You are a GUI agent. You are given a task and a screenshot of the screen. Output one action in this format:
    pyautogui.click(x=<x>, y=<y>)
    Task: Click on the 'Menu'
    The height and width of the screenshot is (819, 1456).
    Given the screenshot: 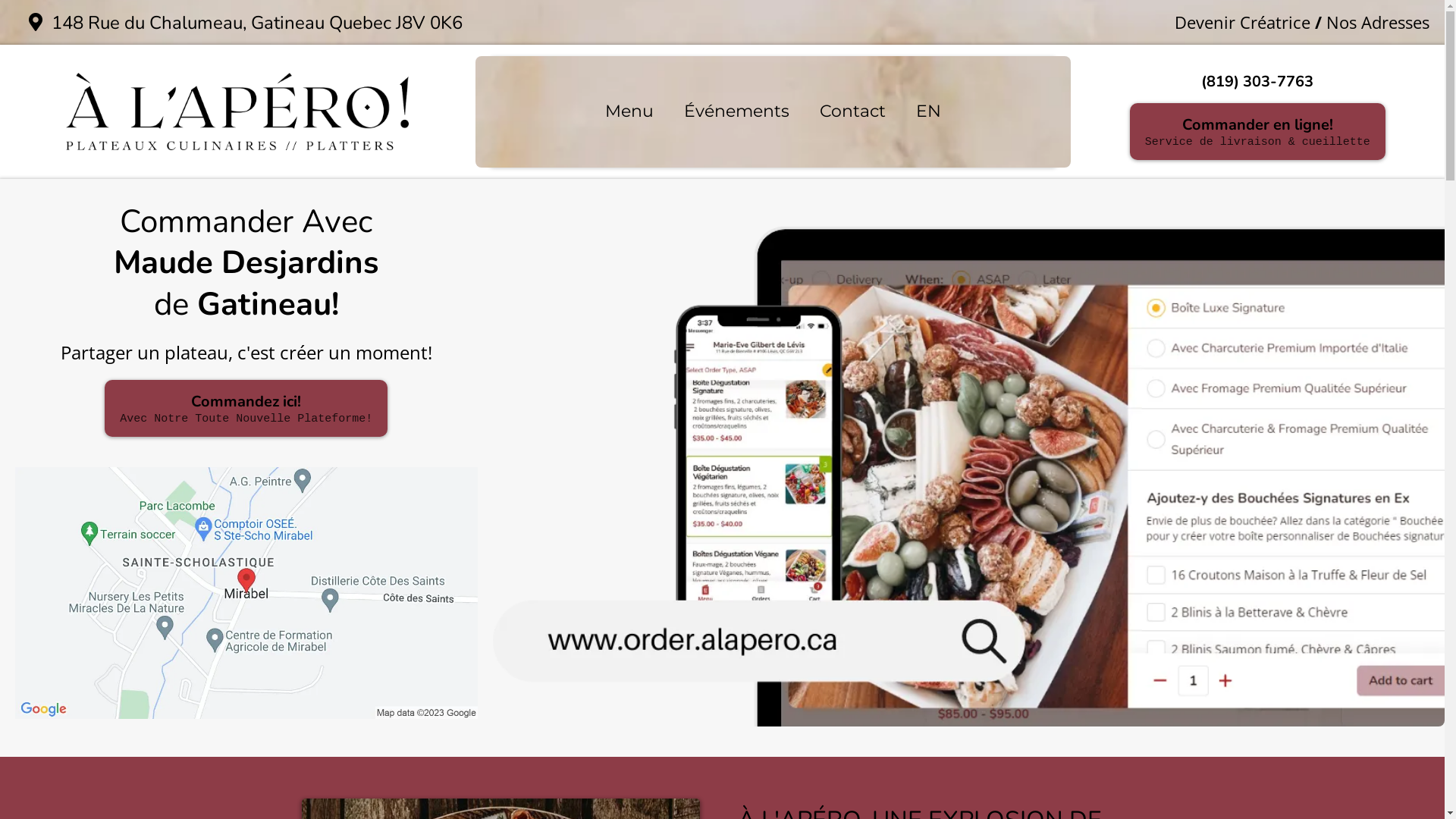 What is the action you would take?
    pyautogui.click(x=588, y=111)
    